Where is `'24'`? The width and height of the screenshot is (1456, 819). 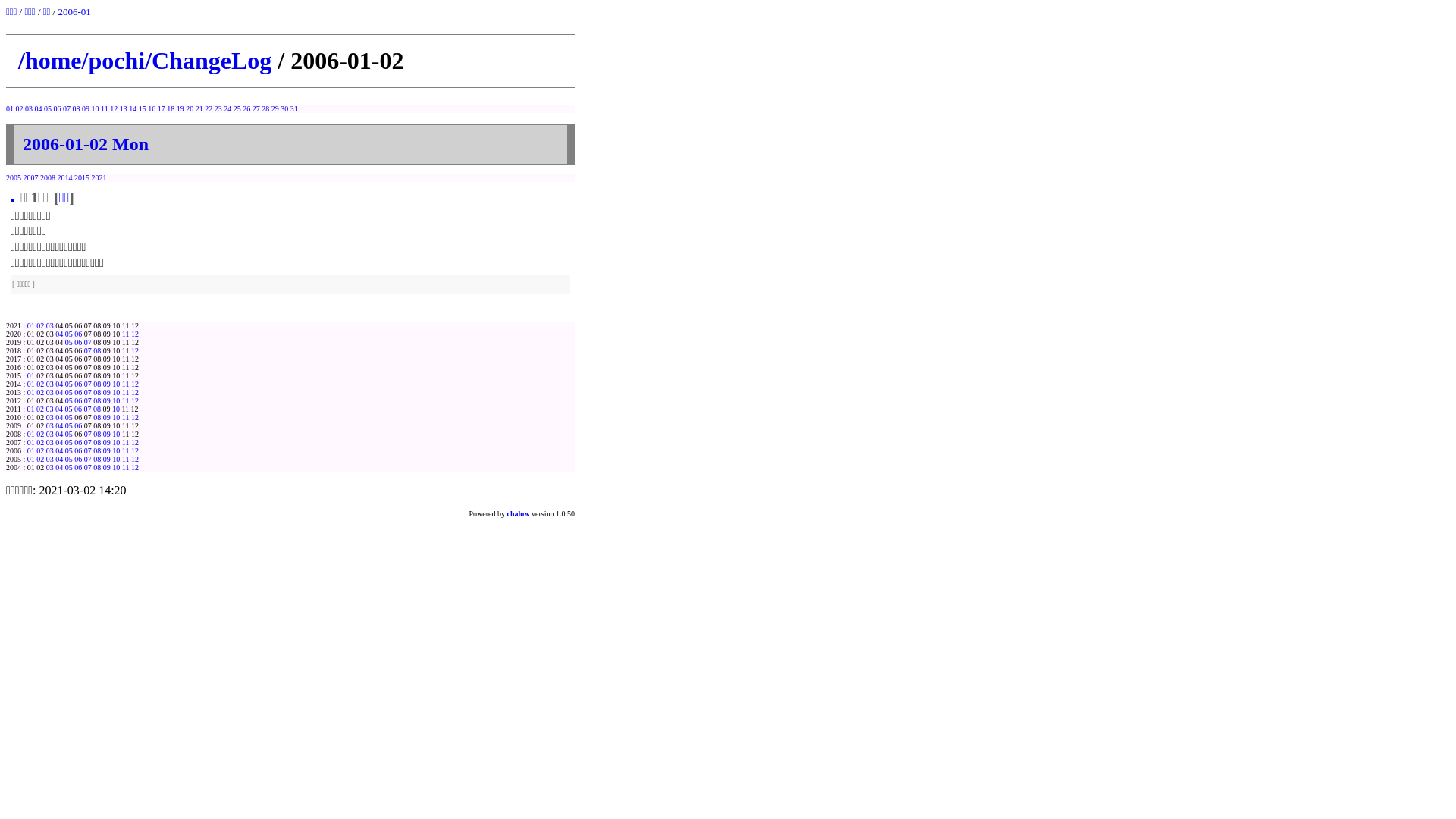 '24' is located at coordinates (222, 108).